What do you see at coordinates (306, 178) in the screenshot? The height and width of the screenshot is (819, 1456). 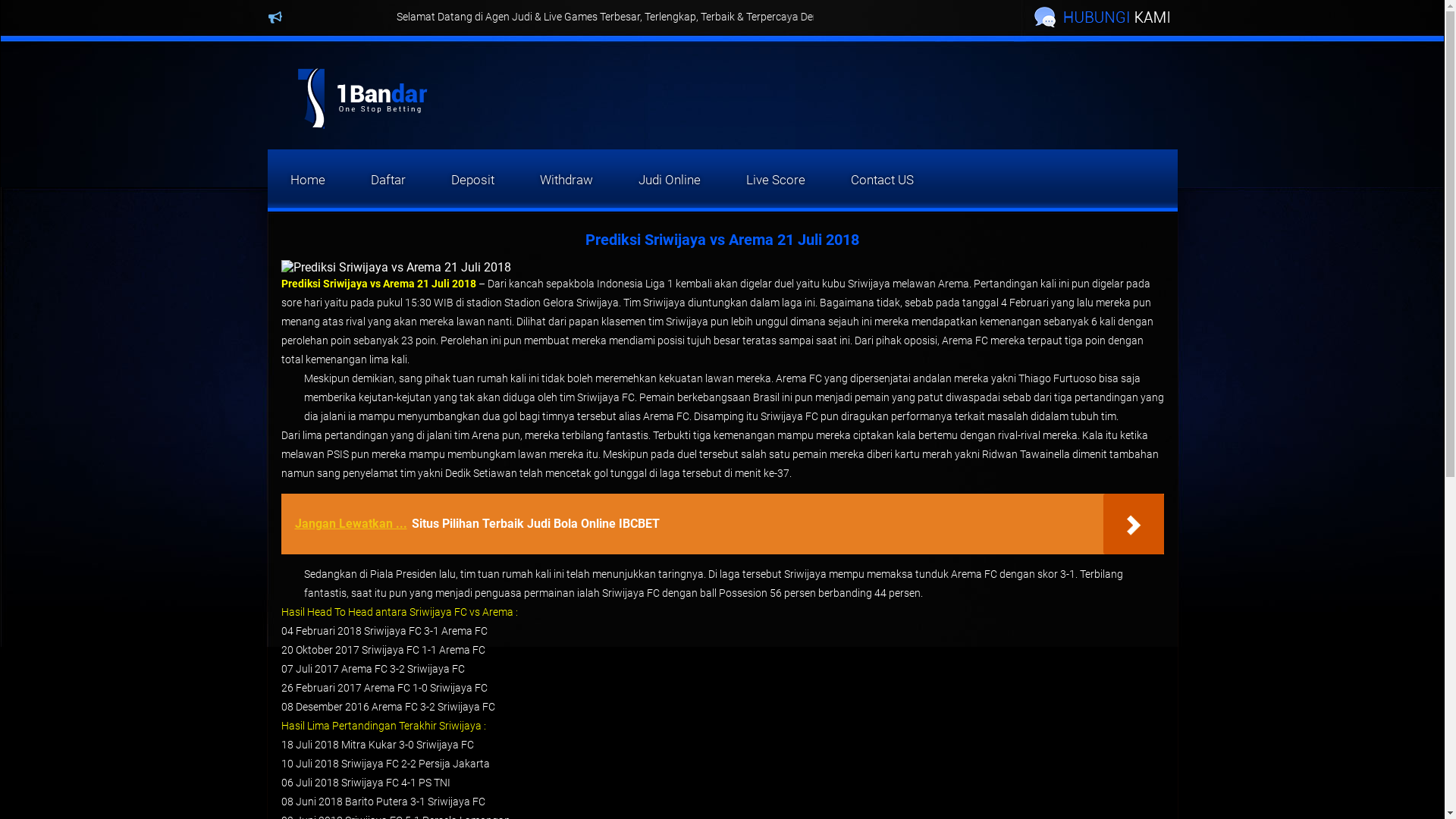 I see `'Home'` at bounding box center [306, 178].